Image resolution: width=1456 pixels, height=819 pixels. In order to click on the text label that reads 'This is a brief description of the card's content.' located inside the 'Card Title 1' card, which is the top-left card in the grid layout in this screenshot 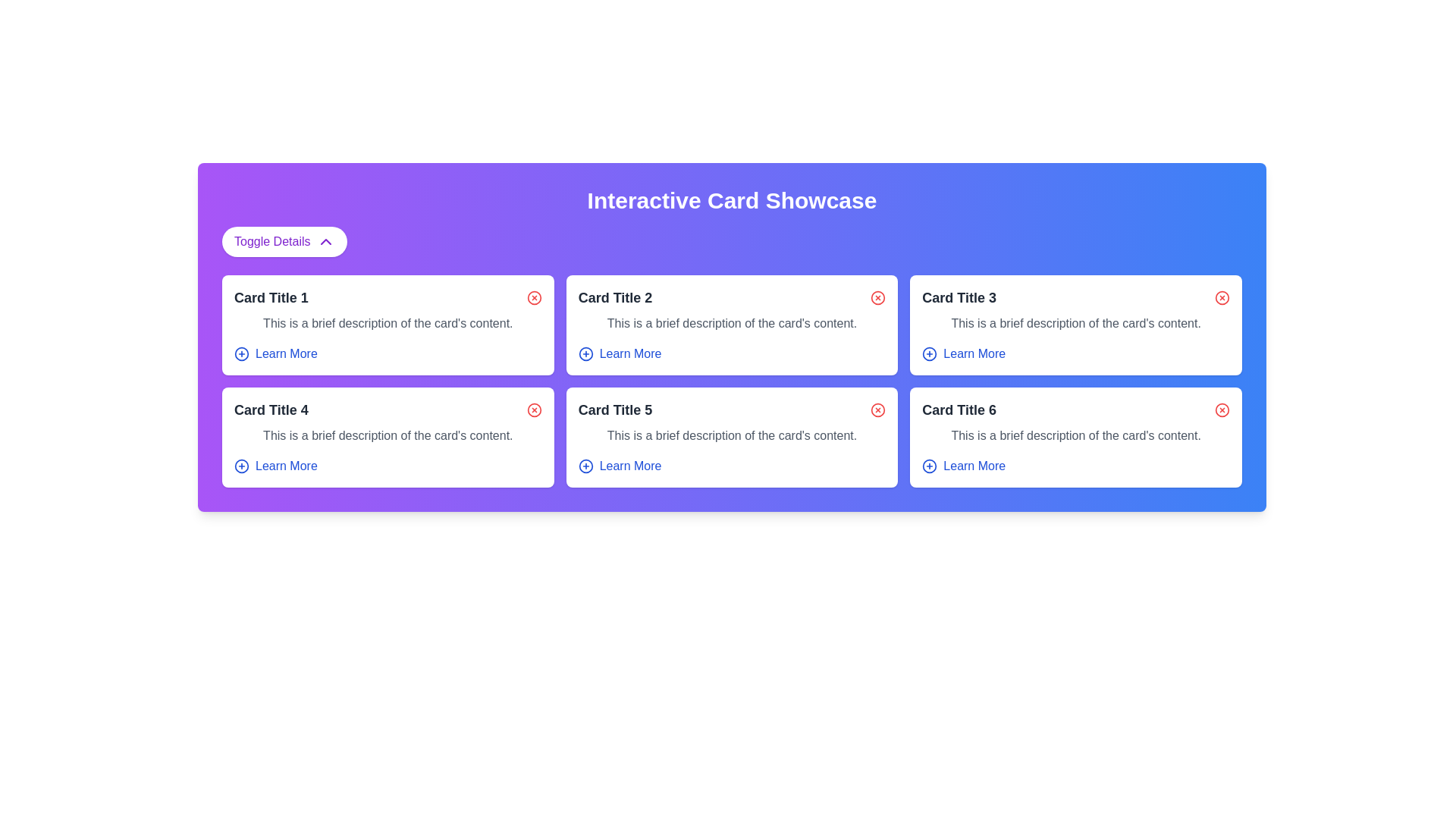, I will do `click(388, 323)`.